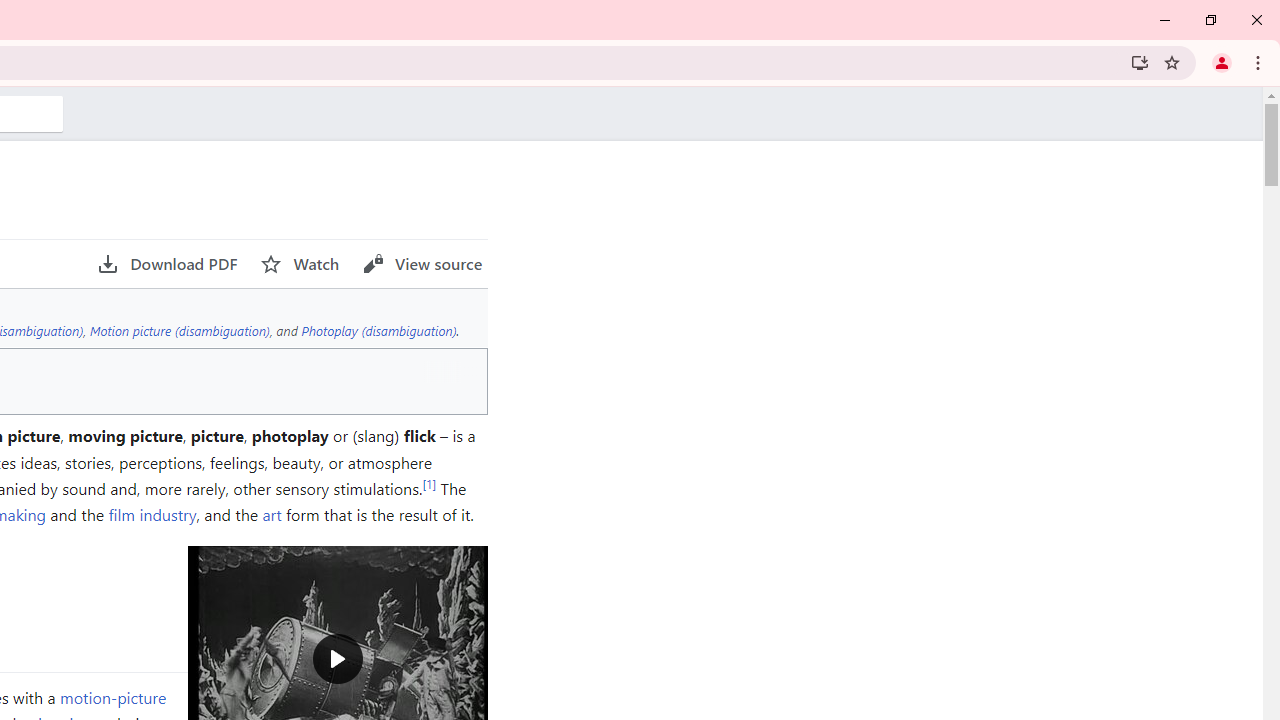 The image size is (1280, 720). Describe the element at coordinates (299, 263) in the screenshot. I see `'Watch'` at that location.